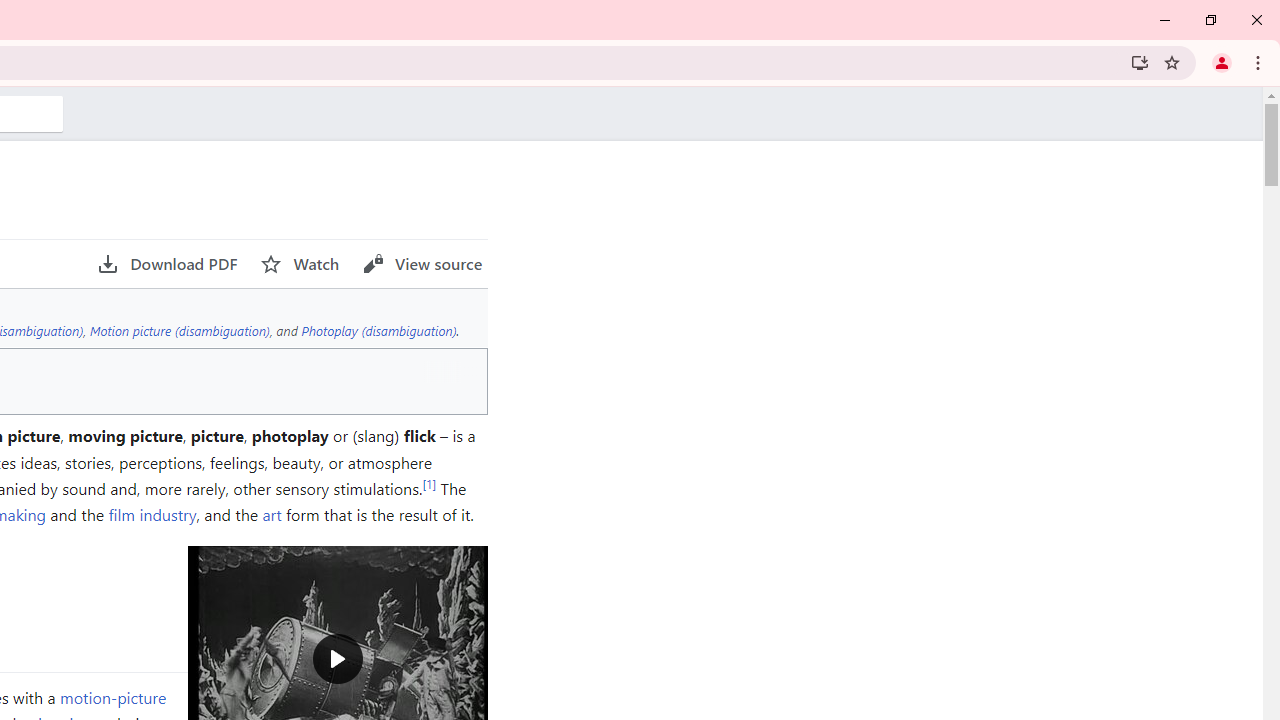 The image size is (1280, 720). Describe the element at coordinates (299, 263) in the screenshot. I see `'Watch'` at that location.